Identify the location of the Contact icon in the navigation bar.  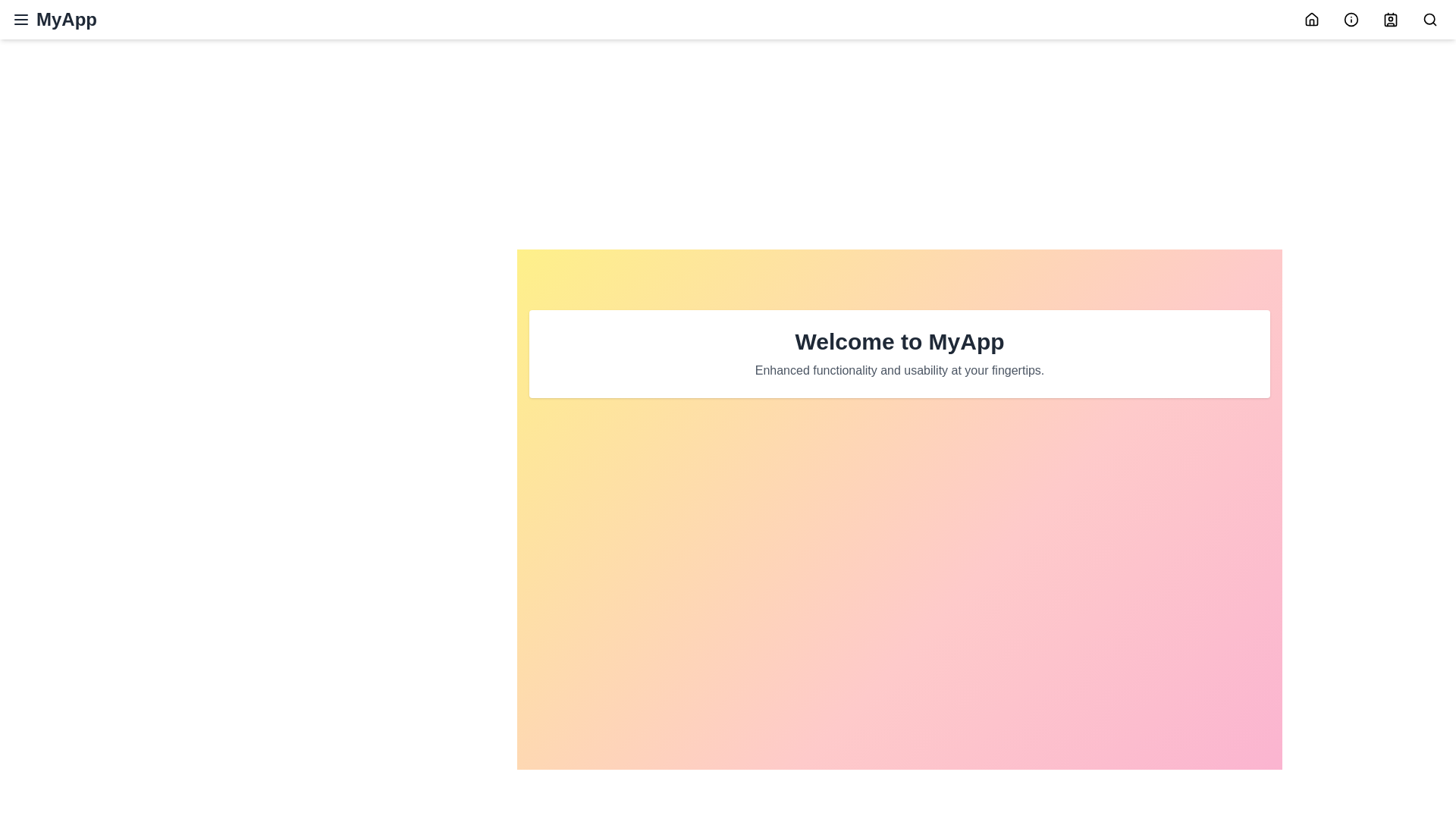
(1390, 20).